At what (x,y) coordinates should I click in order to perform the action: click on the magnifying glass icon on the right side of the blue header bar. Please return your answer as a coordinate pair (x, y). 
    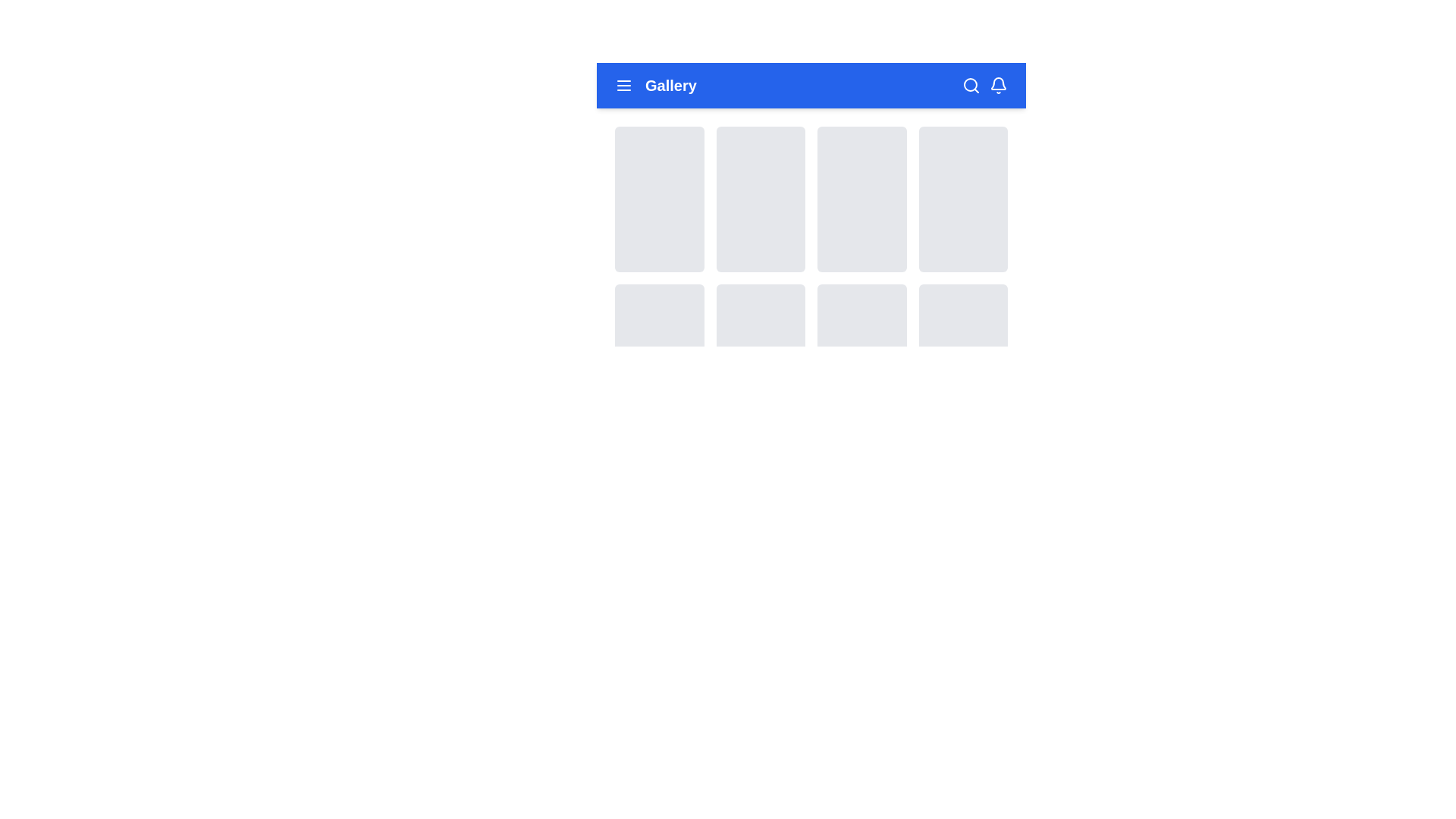
    Looking at the image, I should click on (980, 85).